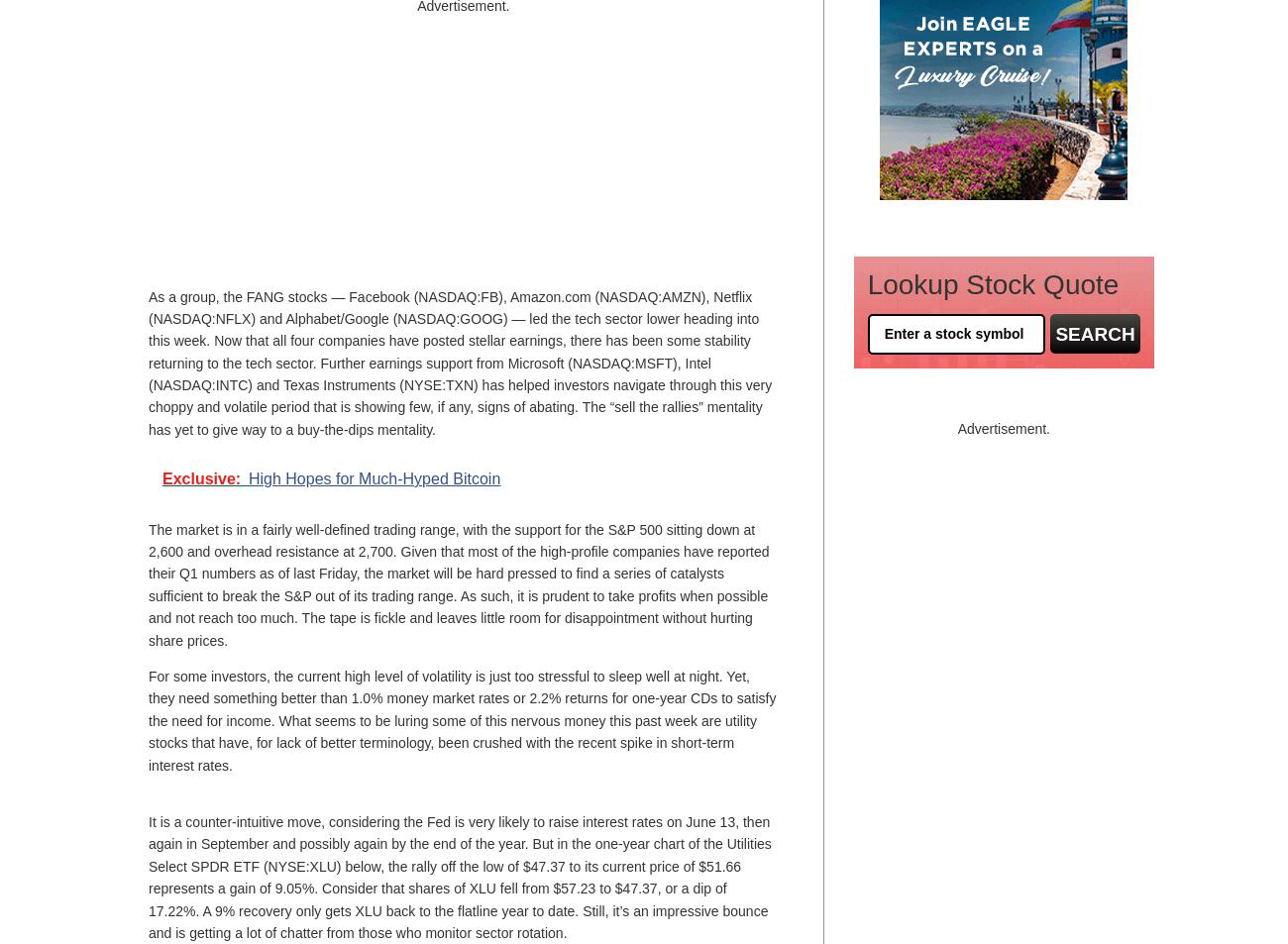 The image size is (1288, 944). I want to click on 'High Hopes for Much-Hyped Bitcoin', so click(246, 478).